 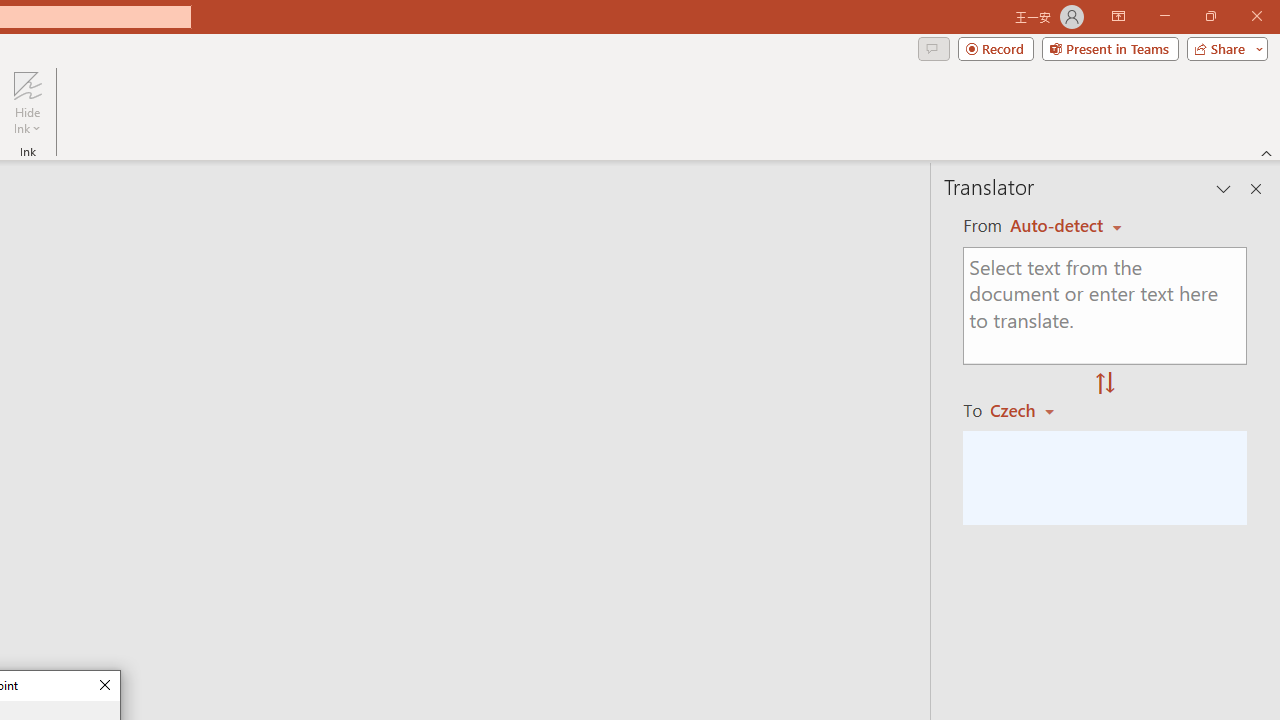 I want to click on 'Auto-detect', so click(x=1065, y=225).